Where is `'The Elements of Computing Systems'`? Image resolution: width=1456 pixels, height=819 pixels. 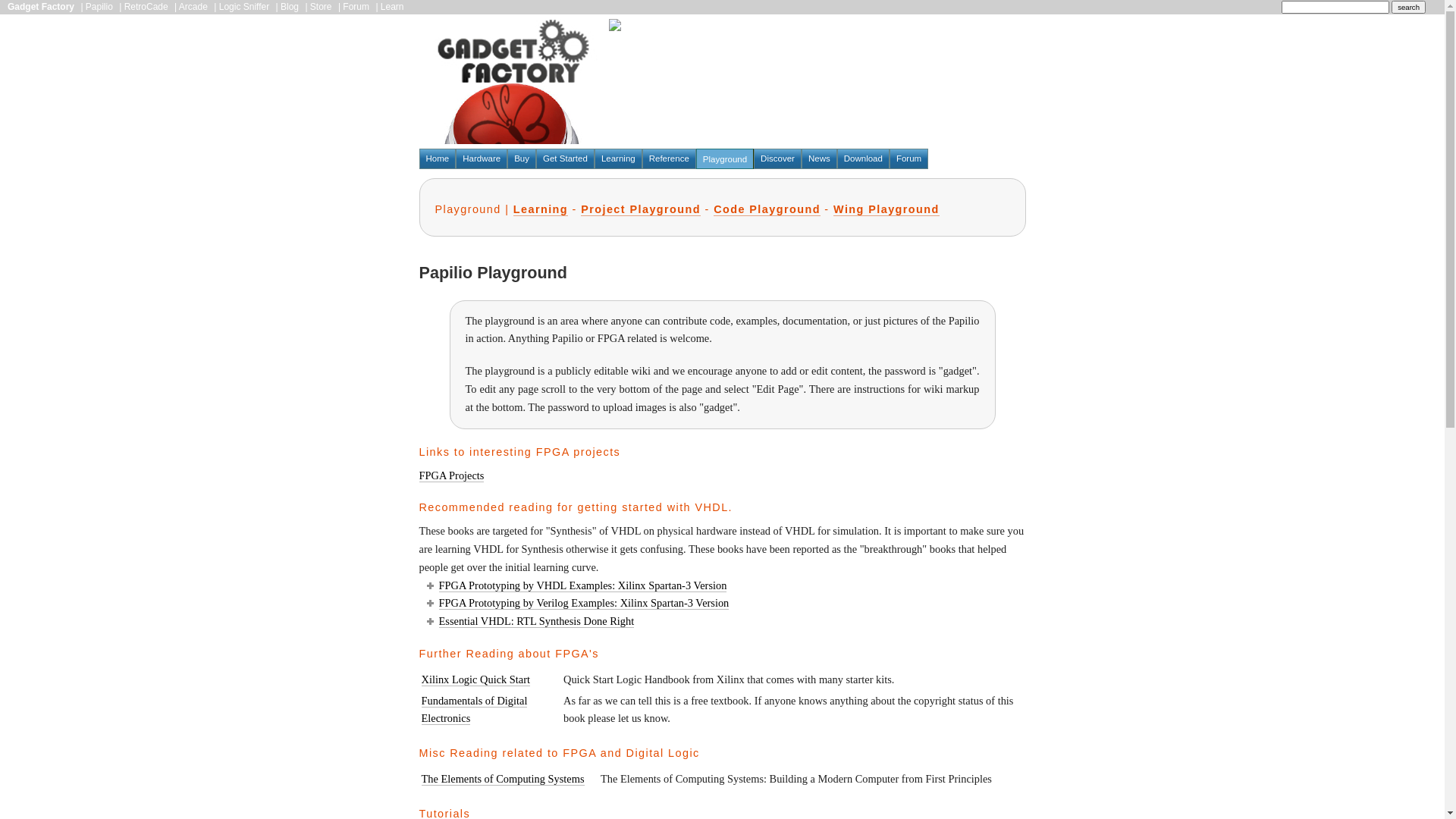
'The Elements of Computing Systems' is located at coordinates (422, 779).